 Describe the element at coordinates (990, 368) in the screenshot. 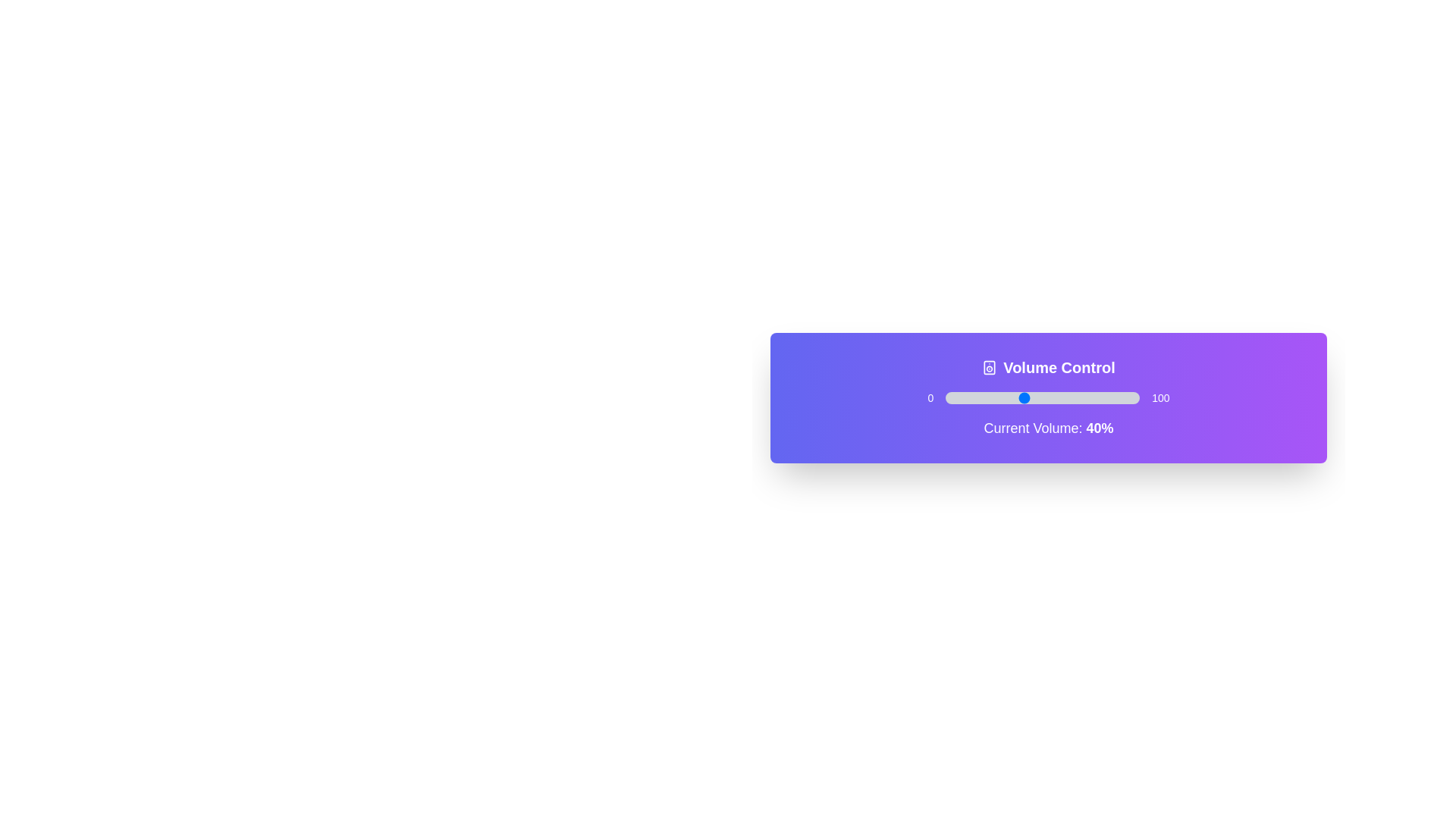

I see `the speaker icon to toggle its state` at that location.